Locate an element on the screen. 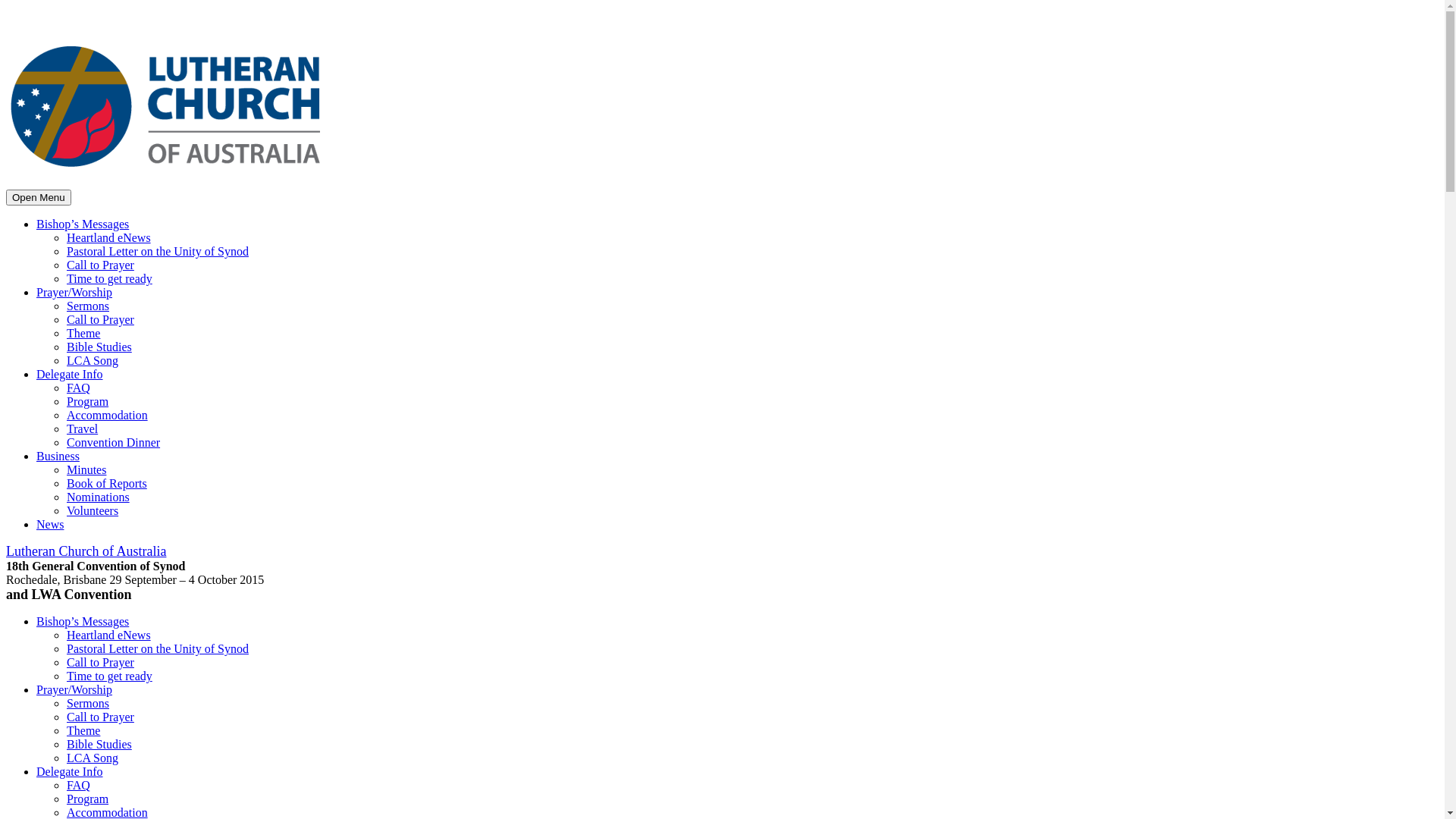 Image resolution: width=1456 pixels, height=819 pixels. 'Volunteers' is located at coordinates (91, 510).